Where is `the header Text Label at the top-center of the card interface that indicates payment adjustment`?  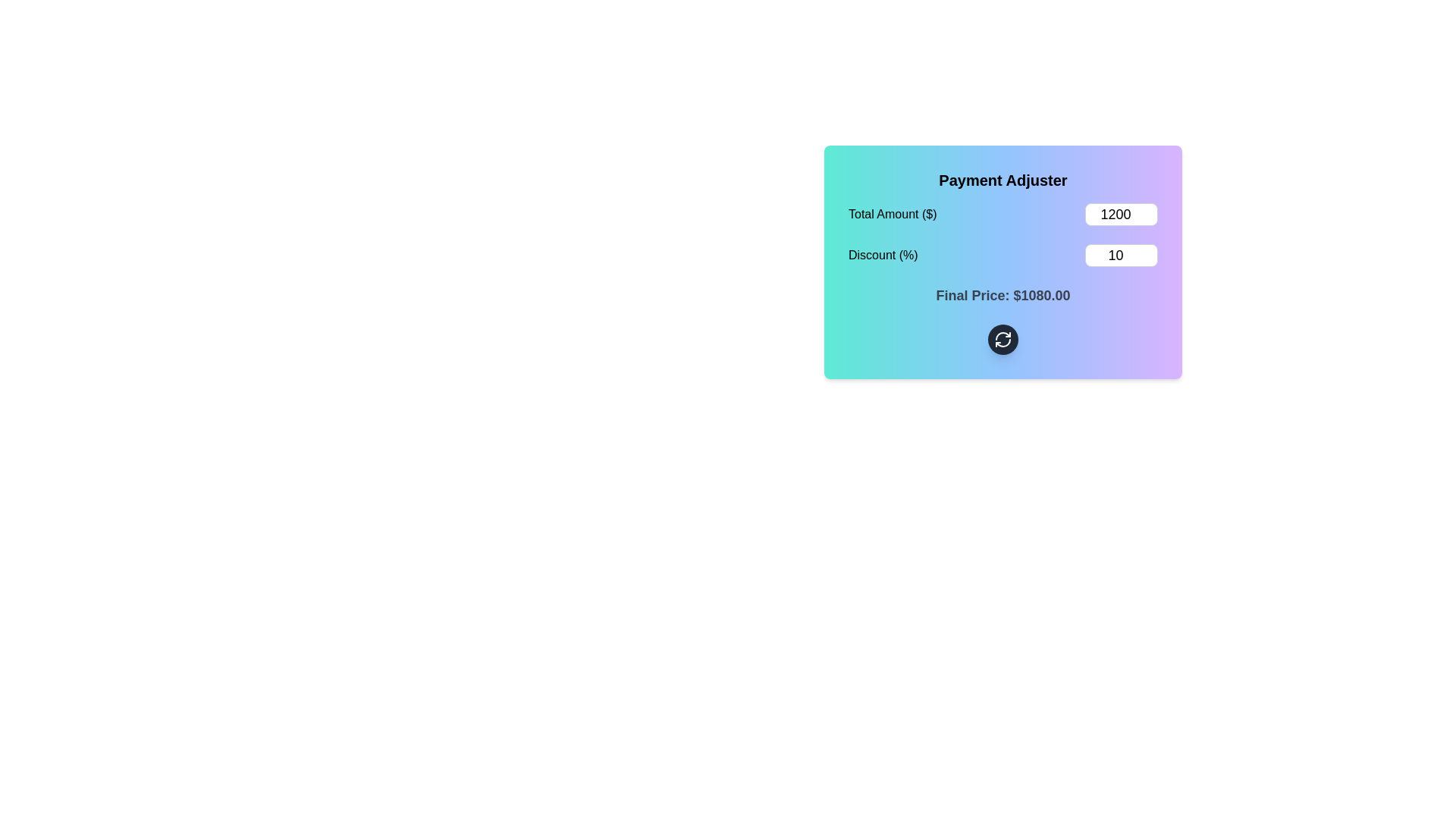 the header Text Label at the top-center of the card interface that indicates payment adjustment is located at coordinates (1003, 180).